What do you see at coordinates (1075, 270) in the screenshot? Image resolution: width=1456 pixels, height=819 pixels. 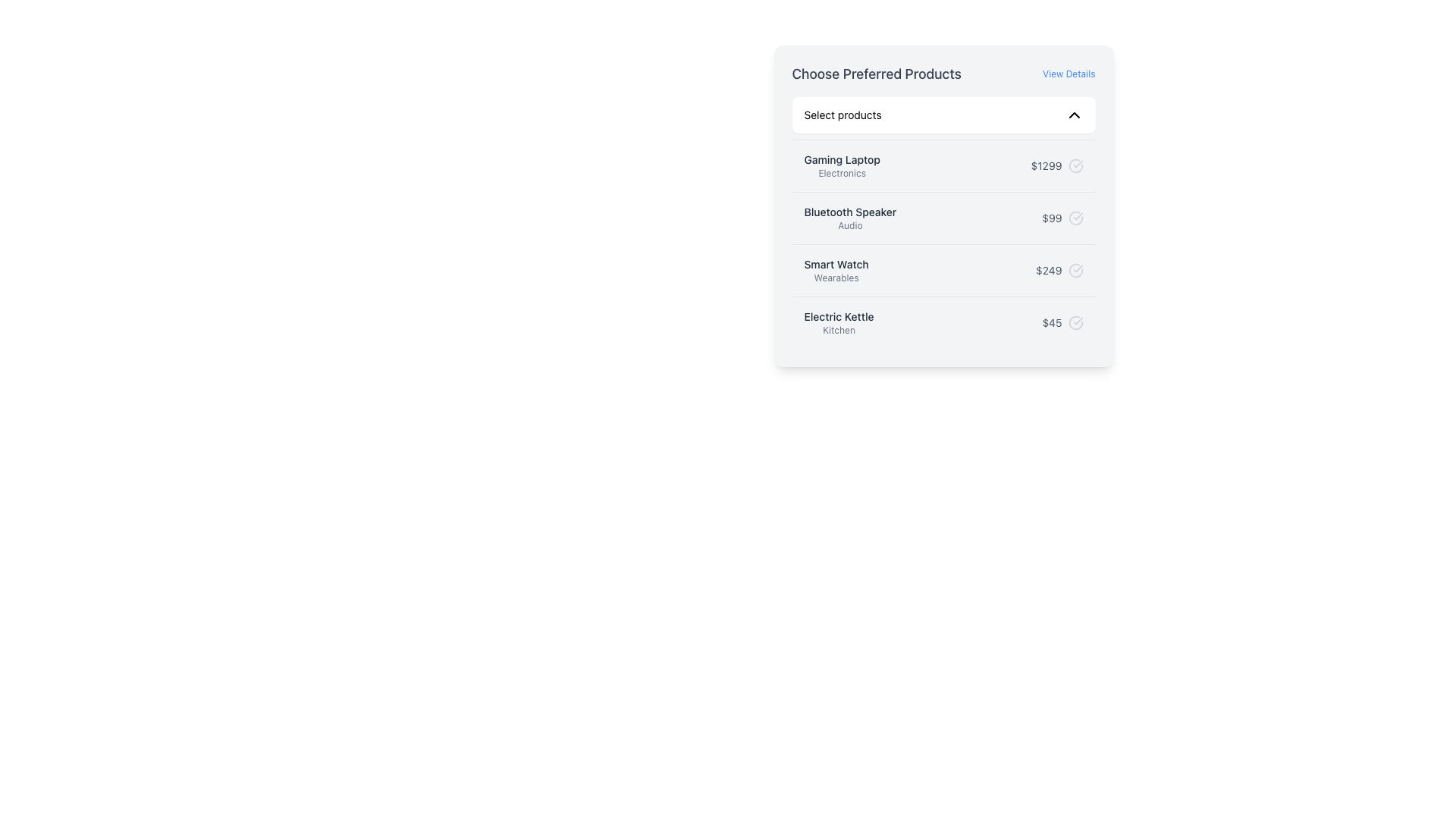 I see `the indicator icon located in the third row, to the right of the price label $249, adjacent to the product name 'Smart Watch'` at bounding box center [1075, 270].